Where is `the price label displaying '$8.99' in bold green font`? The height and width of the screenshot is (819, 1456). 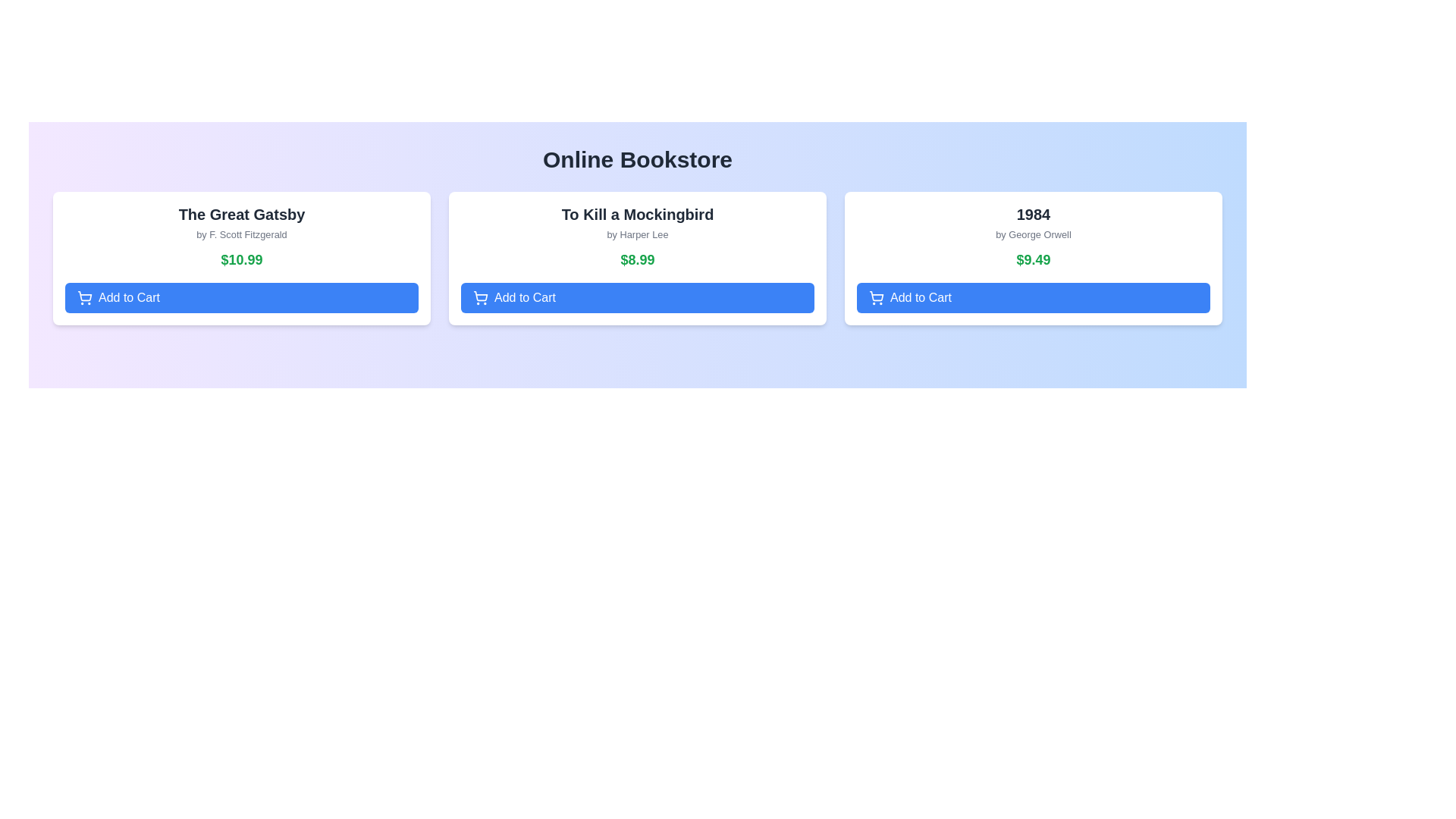
the price label displaying '$8.99' in bold green font is located at coordinates (637, 259).